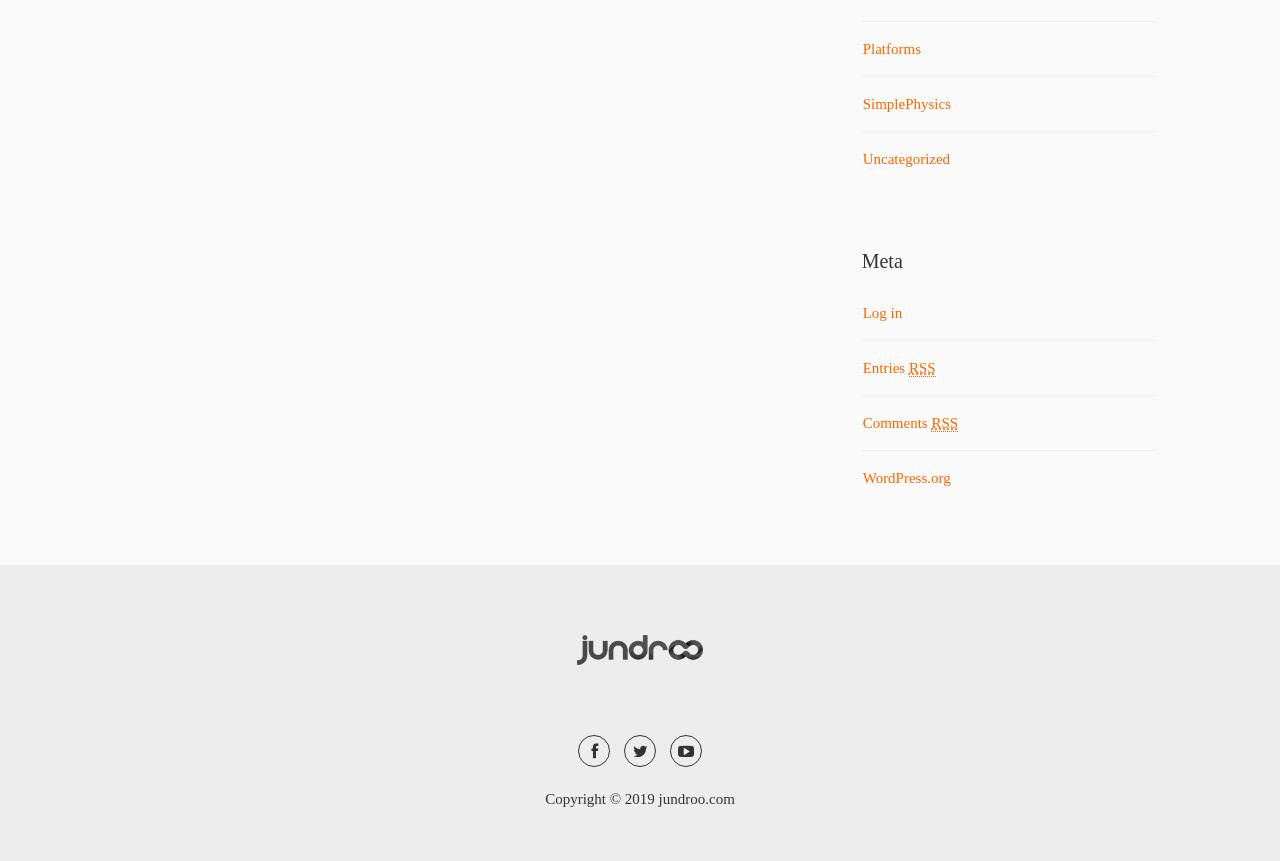 This screenshot has height=861, width=1280. Describe the element at coordinates (904, 477) in the screenshot. I see `'WordPress.org'` at that location.